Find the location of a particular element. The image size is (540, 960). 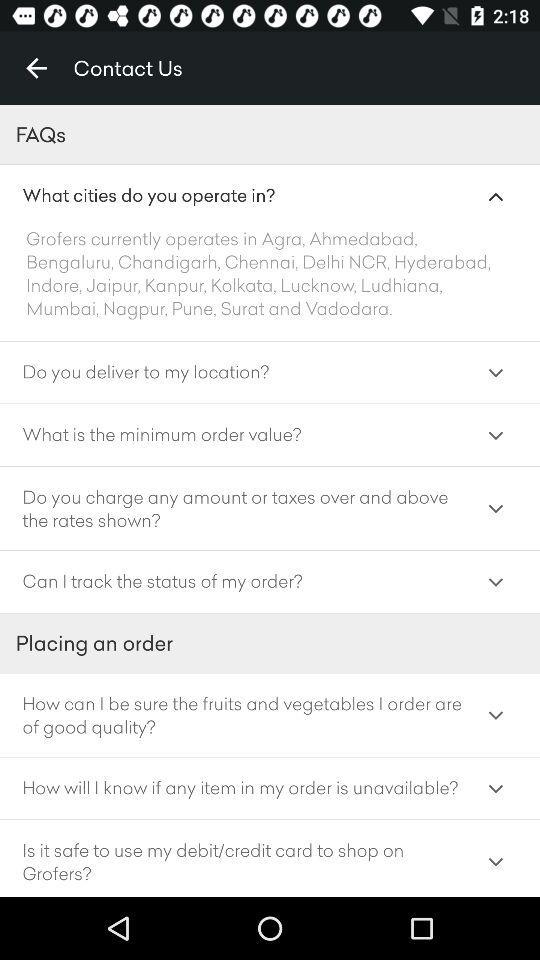

the icon at the top left corner is located at coordinates (36, 68).